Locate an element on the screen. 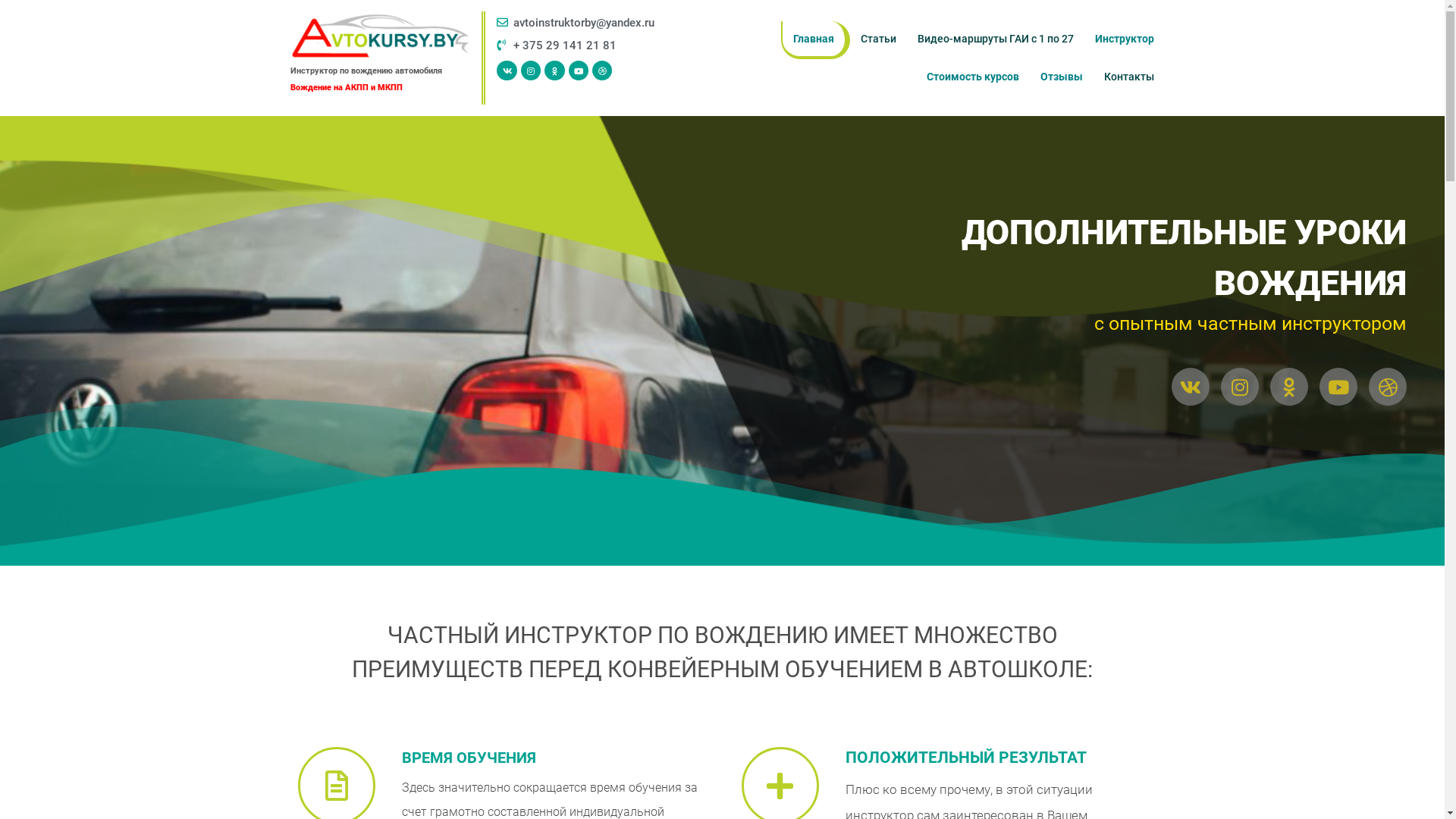 The height and width of the screenshot is (819, 1456). 'avtoinstruktorby@yandex.ru' is located at coordinates (584, 23).